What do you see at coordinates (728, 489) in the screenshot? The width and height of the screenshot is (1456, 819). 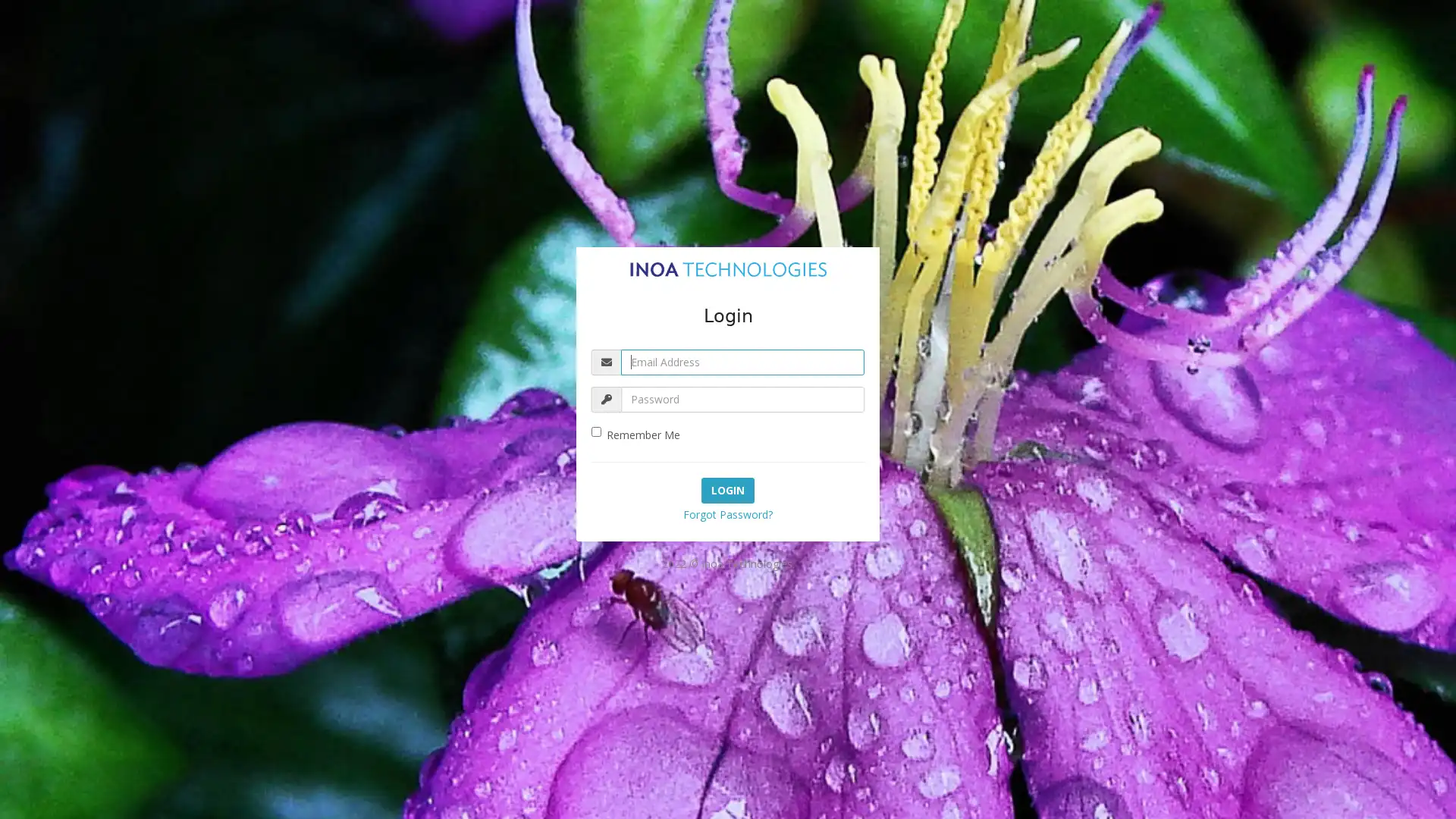 I see `Login` at bounding box center [728, 489].